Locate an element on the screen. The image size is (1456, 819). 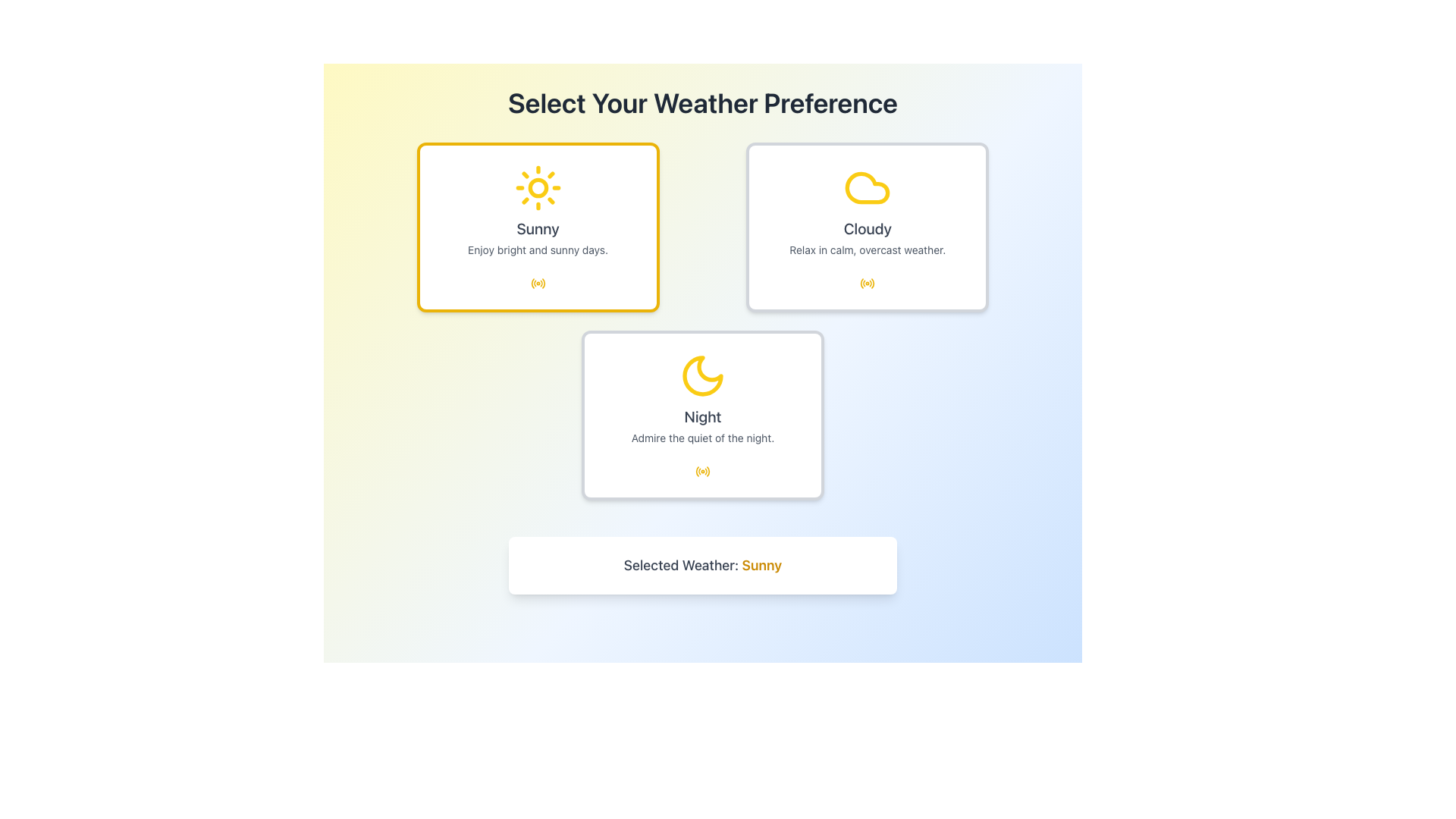
the text label displaying 'Sunny', which is a bold, large gray text centrally located within a white card with a yellow border is located at coordinates (538, 228).